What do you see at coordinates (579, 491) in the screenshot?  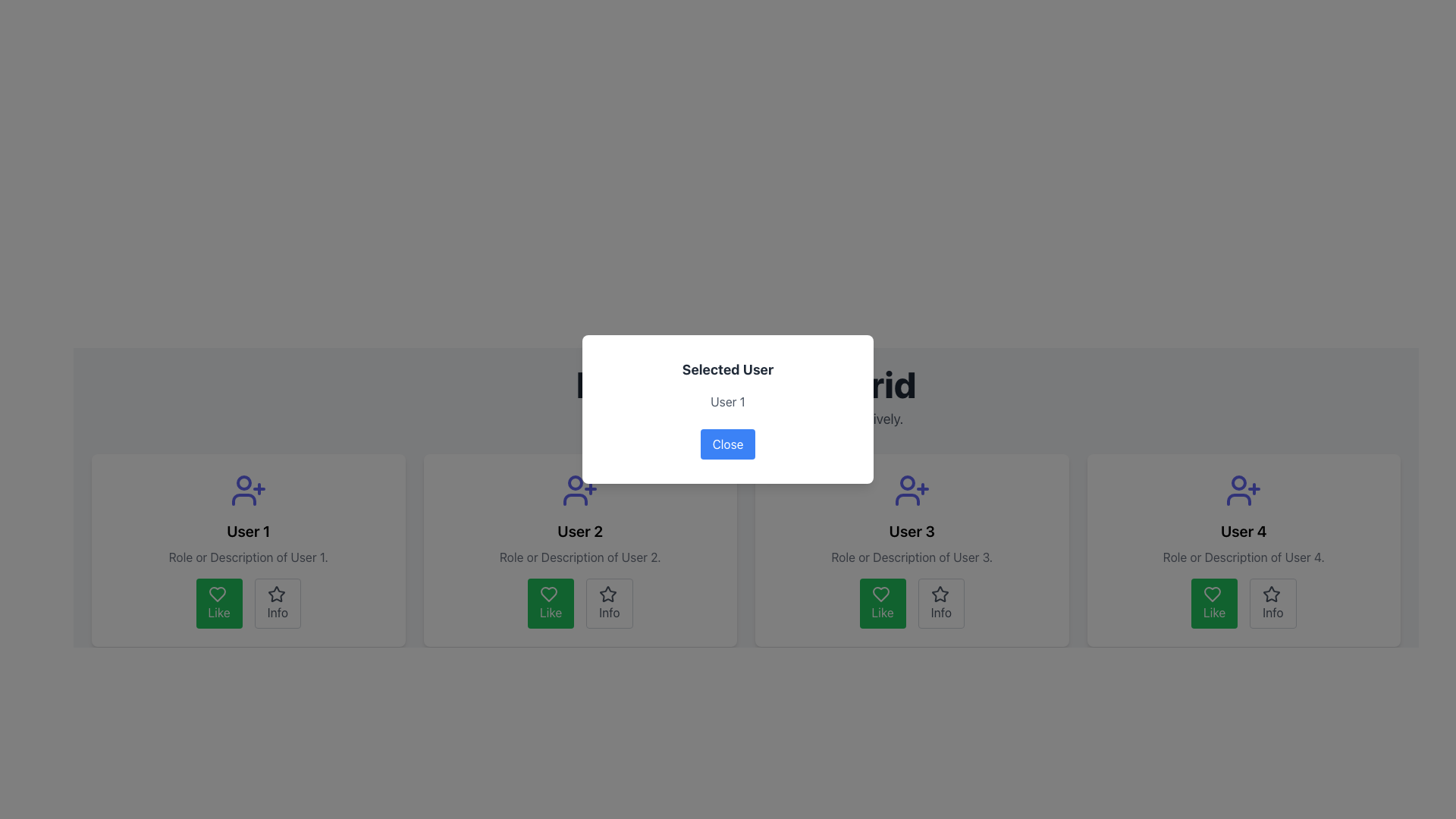 I see `user icon with a '+' symbol in indigo color located at the top of 'User 2' card by clicking on it` at bounding box center [579, 491].